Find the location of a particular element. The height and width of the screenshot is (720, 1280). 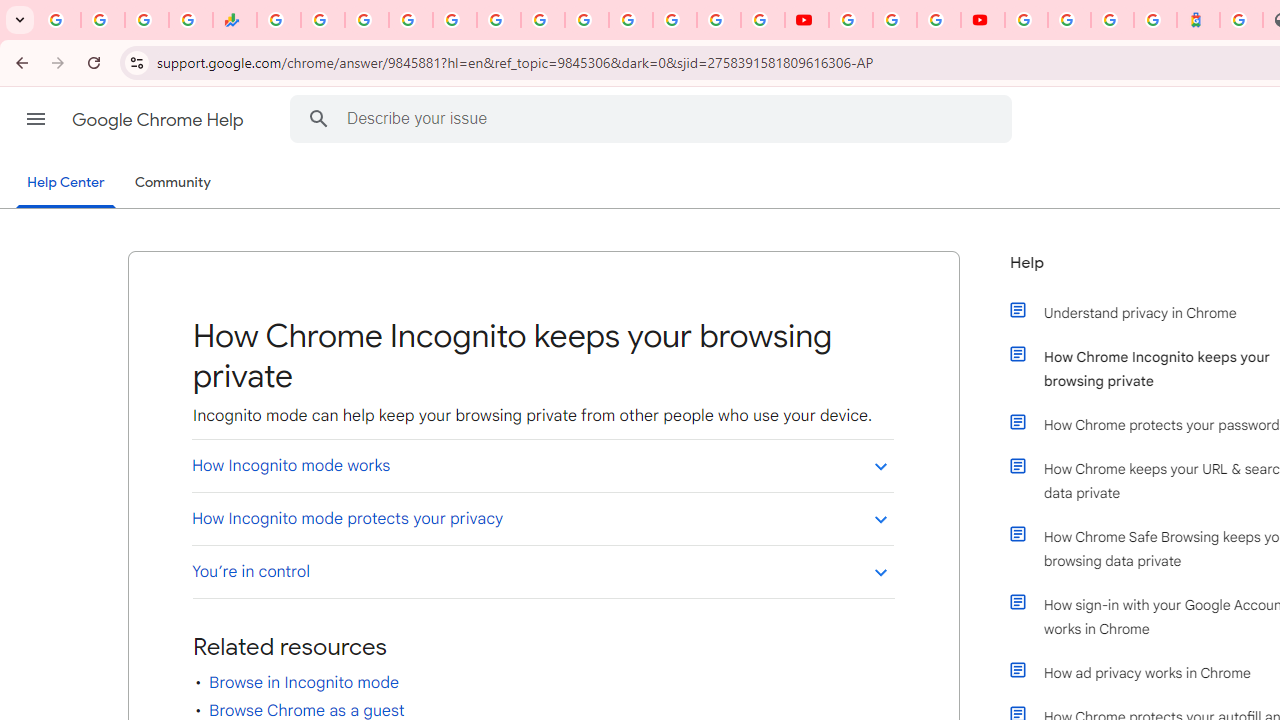

'Google Chrome Help' is located at coordinates (160, 119).